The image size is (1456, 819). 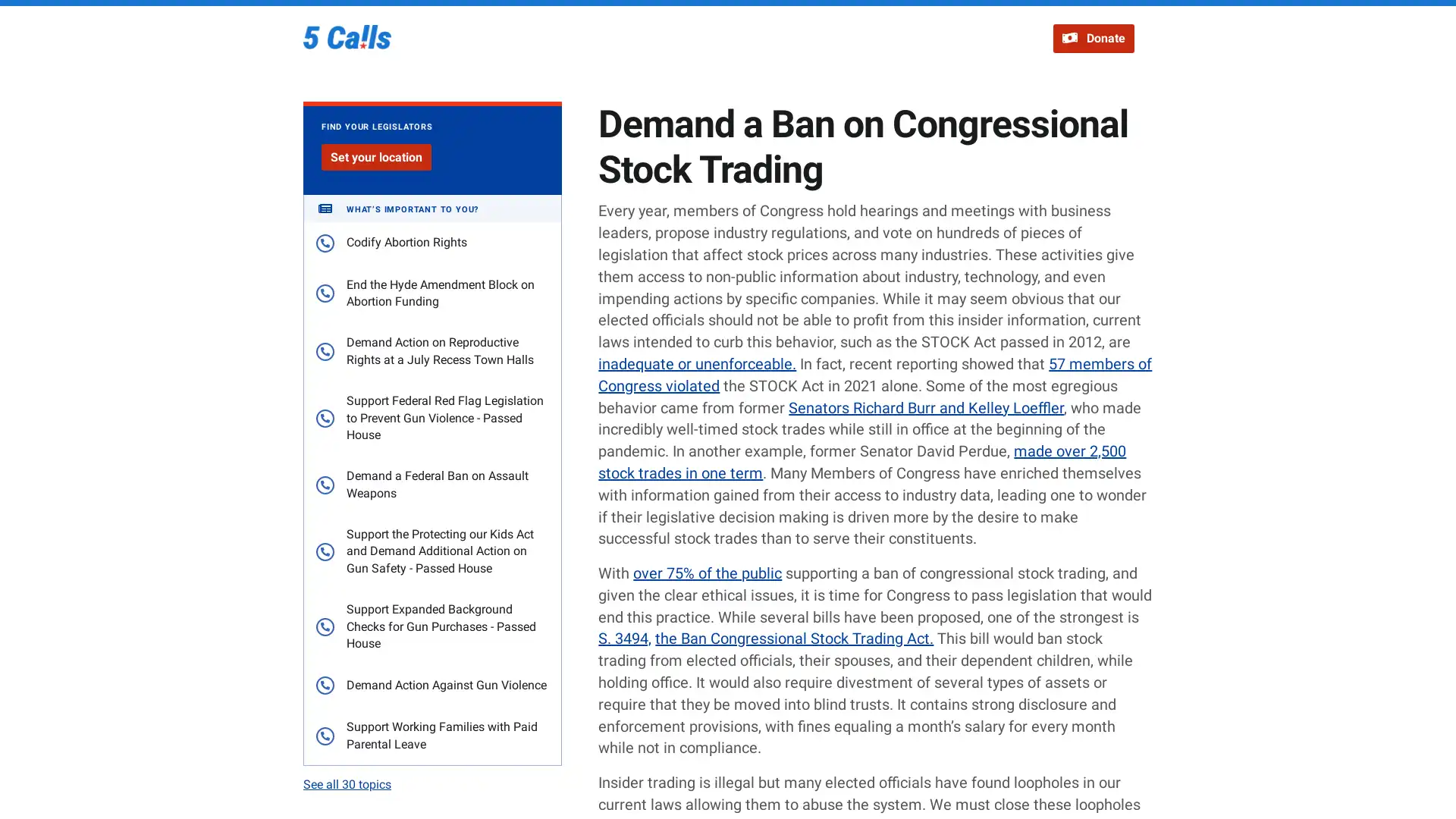 I want to click on Set your location, so click(x=376, y=157).